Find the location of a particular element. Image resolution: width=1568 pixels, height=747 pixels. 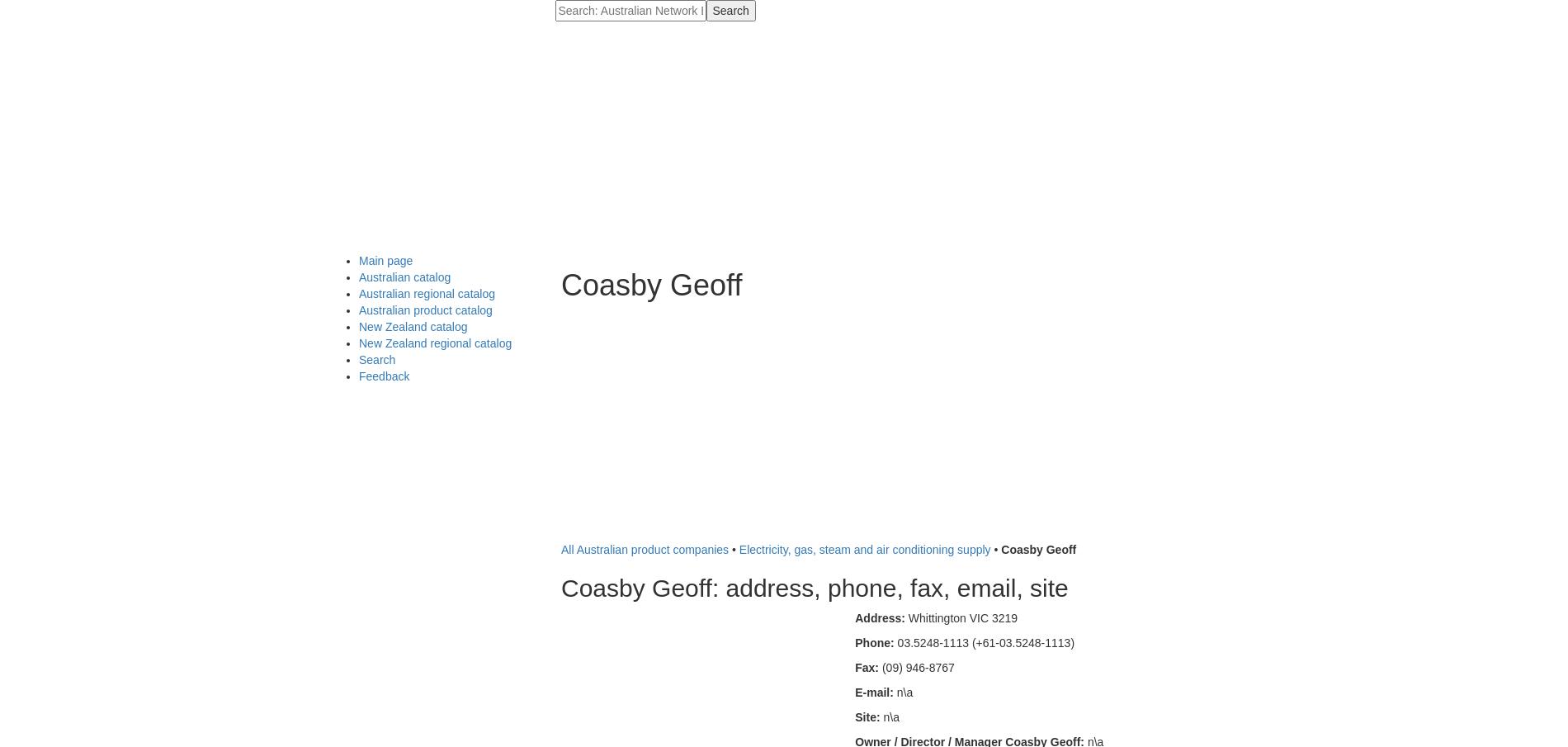

'Main page' is located at coordinates (385, 260).